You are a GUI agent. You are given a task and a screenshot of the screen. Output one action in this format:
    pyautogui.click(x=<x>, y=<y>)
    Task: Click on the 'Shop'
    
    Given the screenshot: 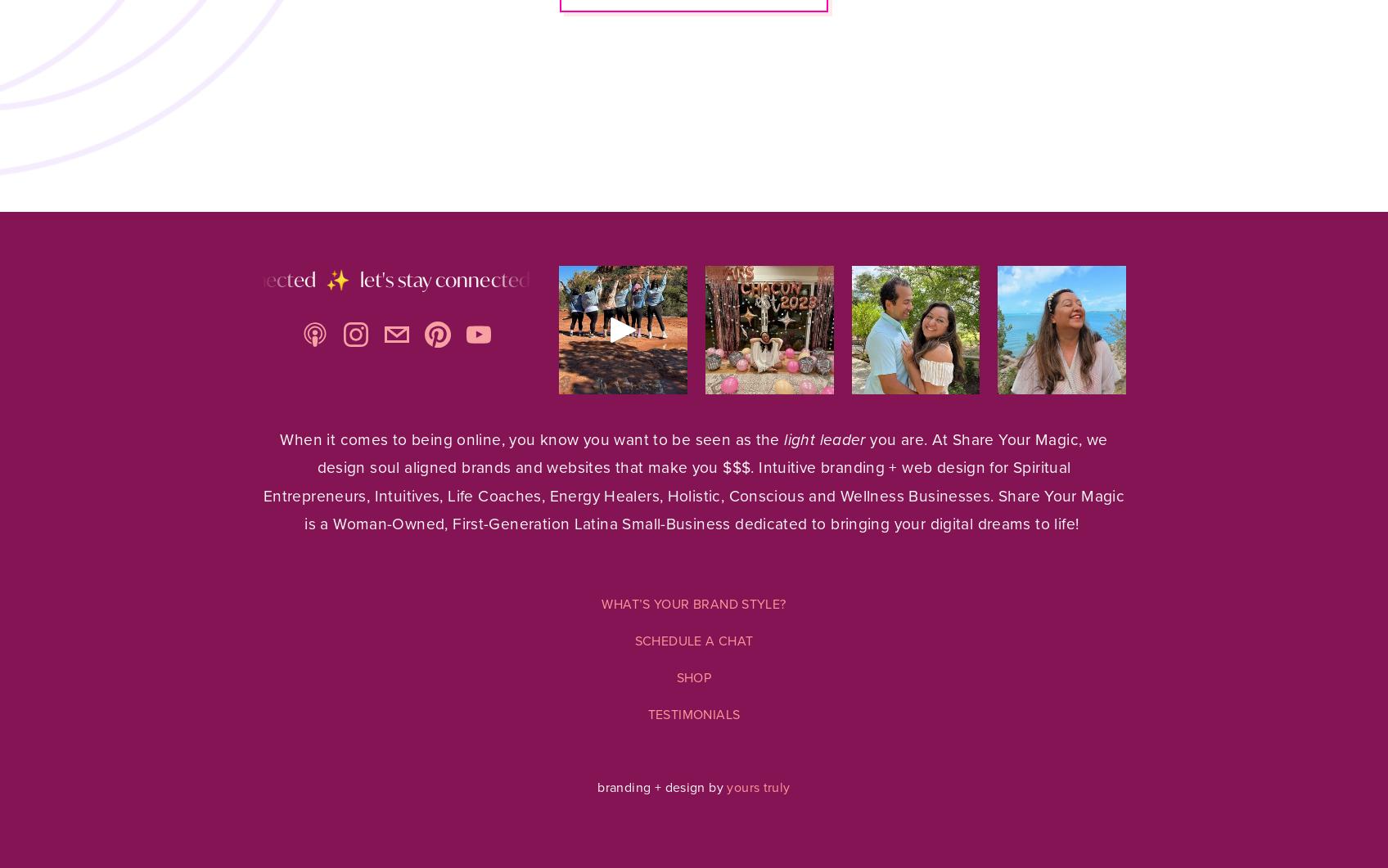 What is the action you would take?
    pyautogui.click(x=692, y=205)
    